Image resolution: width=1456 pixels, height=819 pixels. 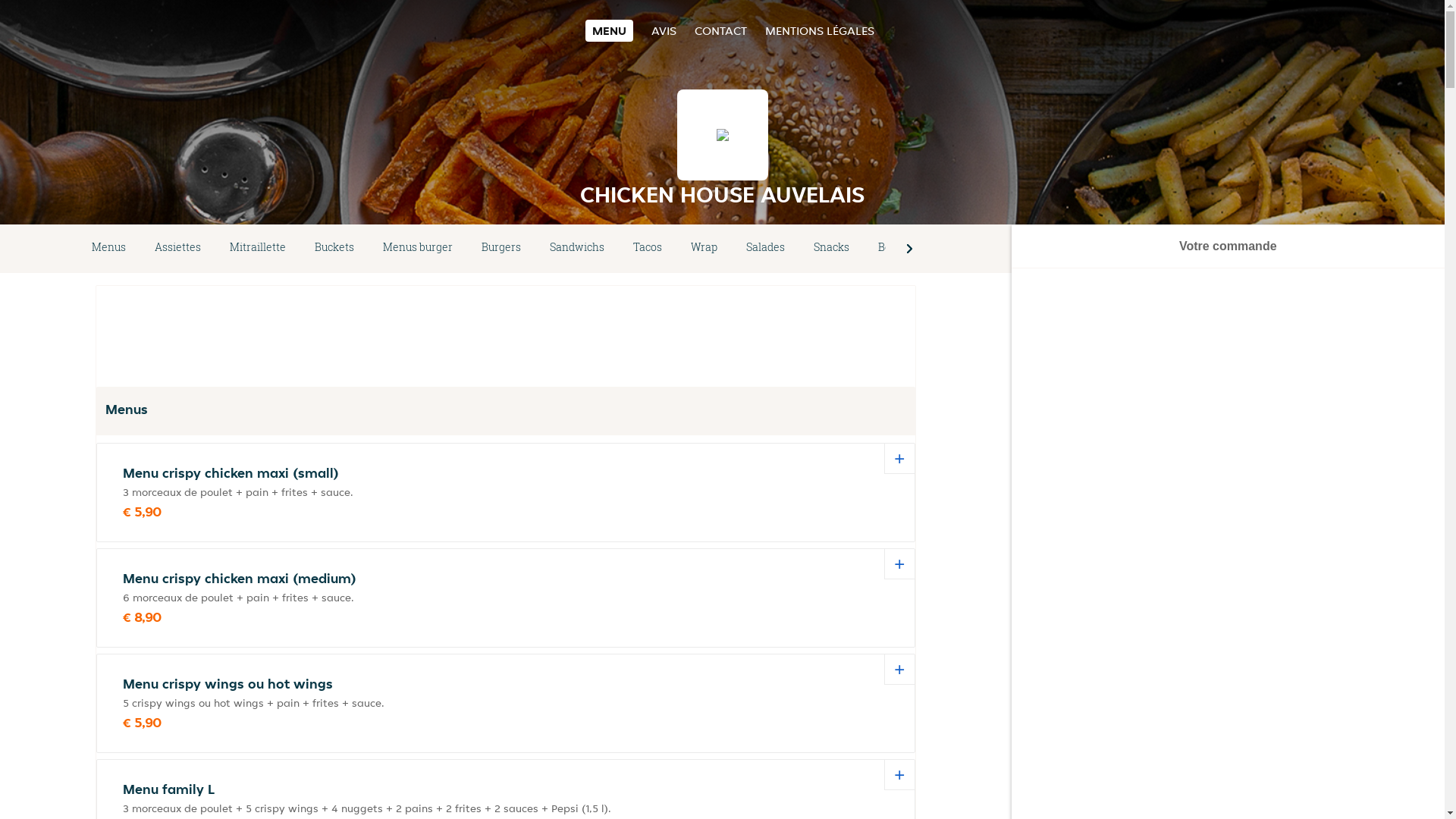 I want to click on 'Menus burger', so click(x=418, y=247).